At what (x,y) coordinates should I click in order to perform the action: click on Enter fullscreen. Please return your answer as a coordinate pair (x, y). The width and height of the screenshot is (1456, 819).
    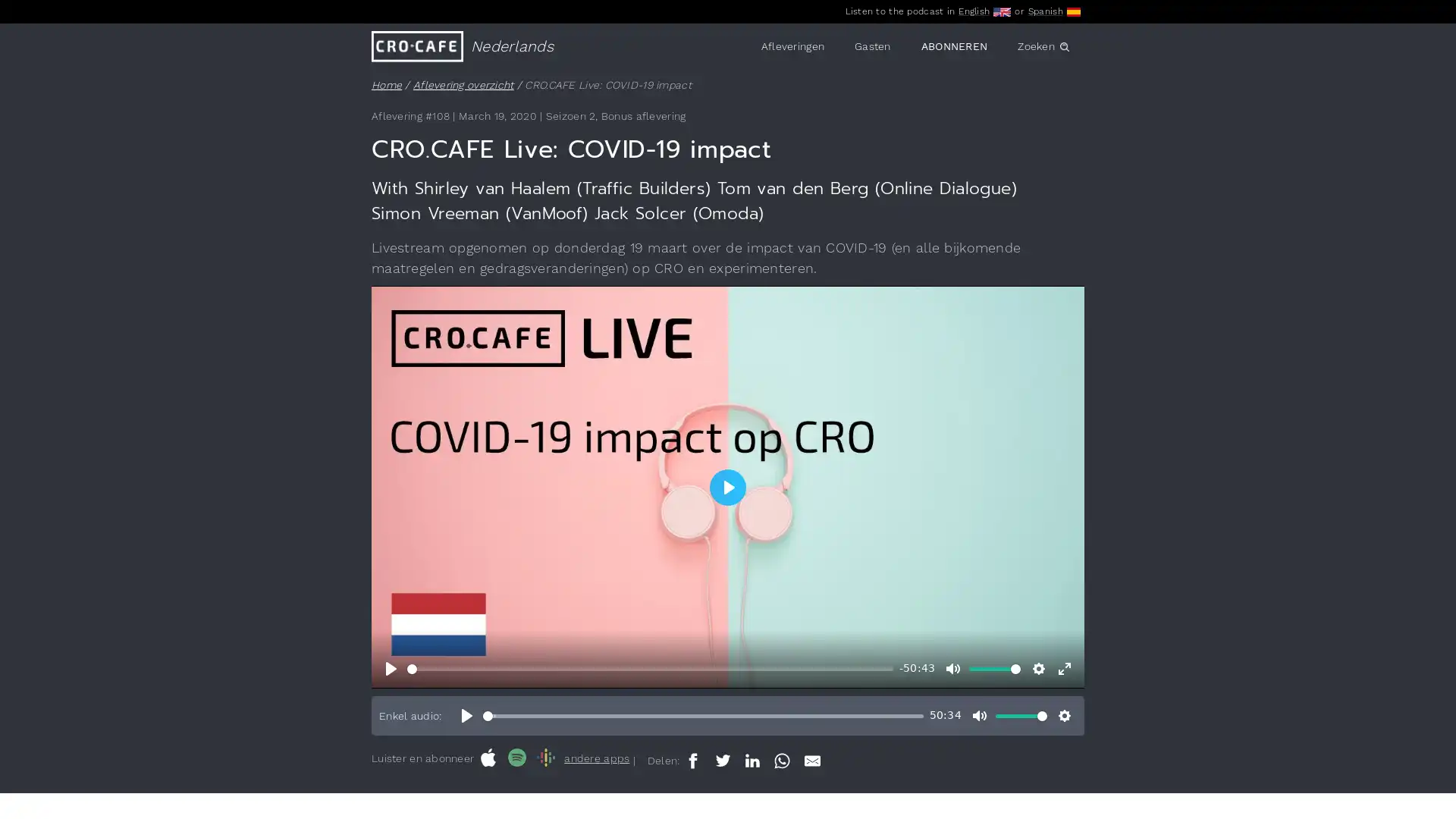
    Looking at the image, I should click on (1063, 668).